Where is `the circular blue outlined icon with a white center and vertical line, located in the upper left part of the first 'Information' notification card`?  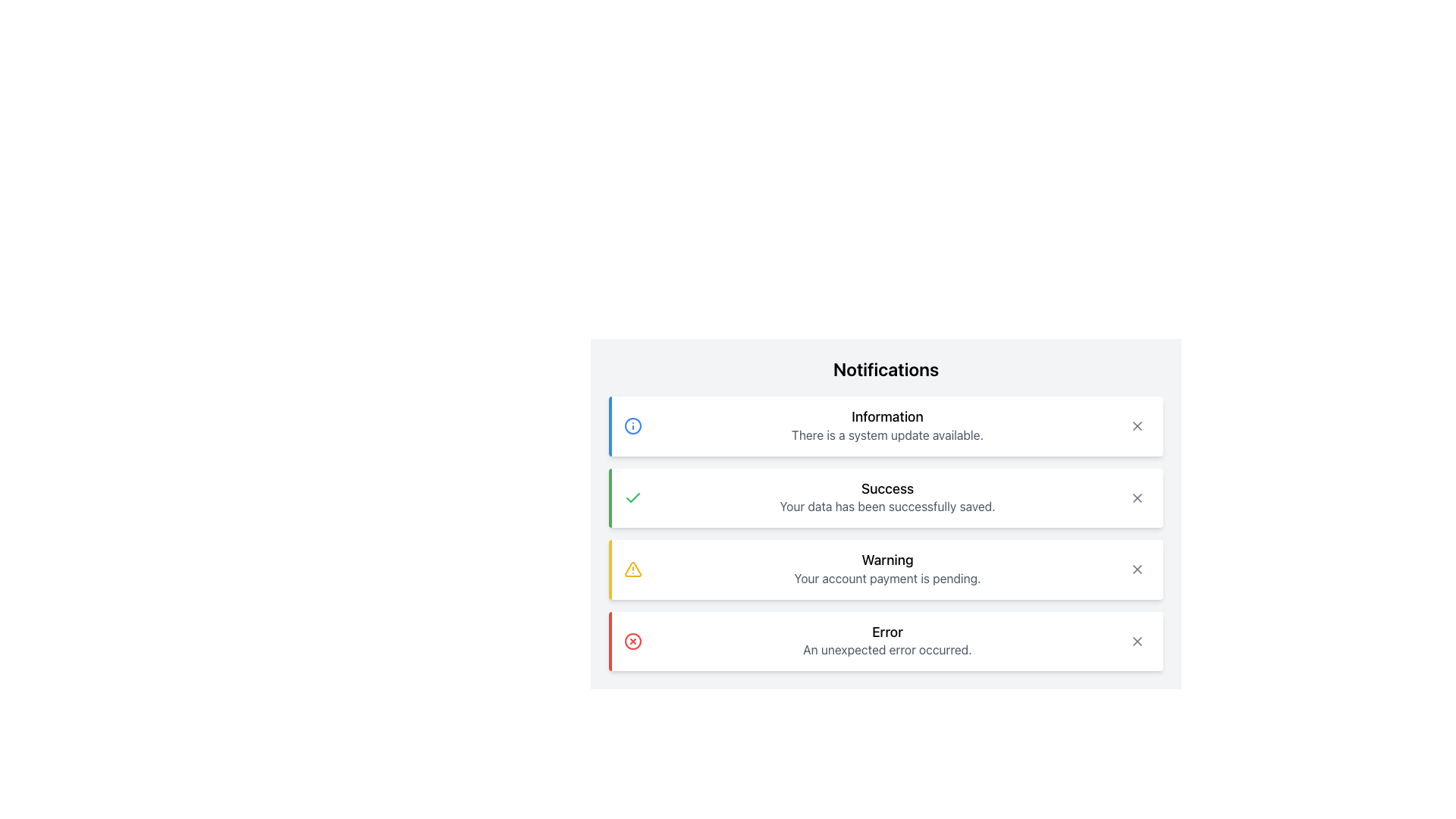 the circular blue outlined icon with a white center and vertical line, located in the upper left part of the first 'Information' notification card is located at coordinates (633, 426).